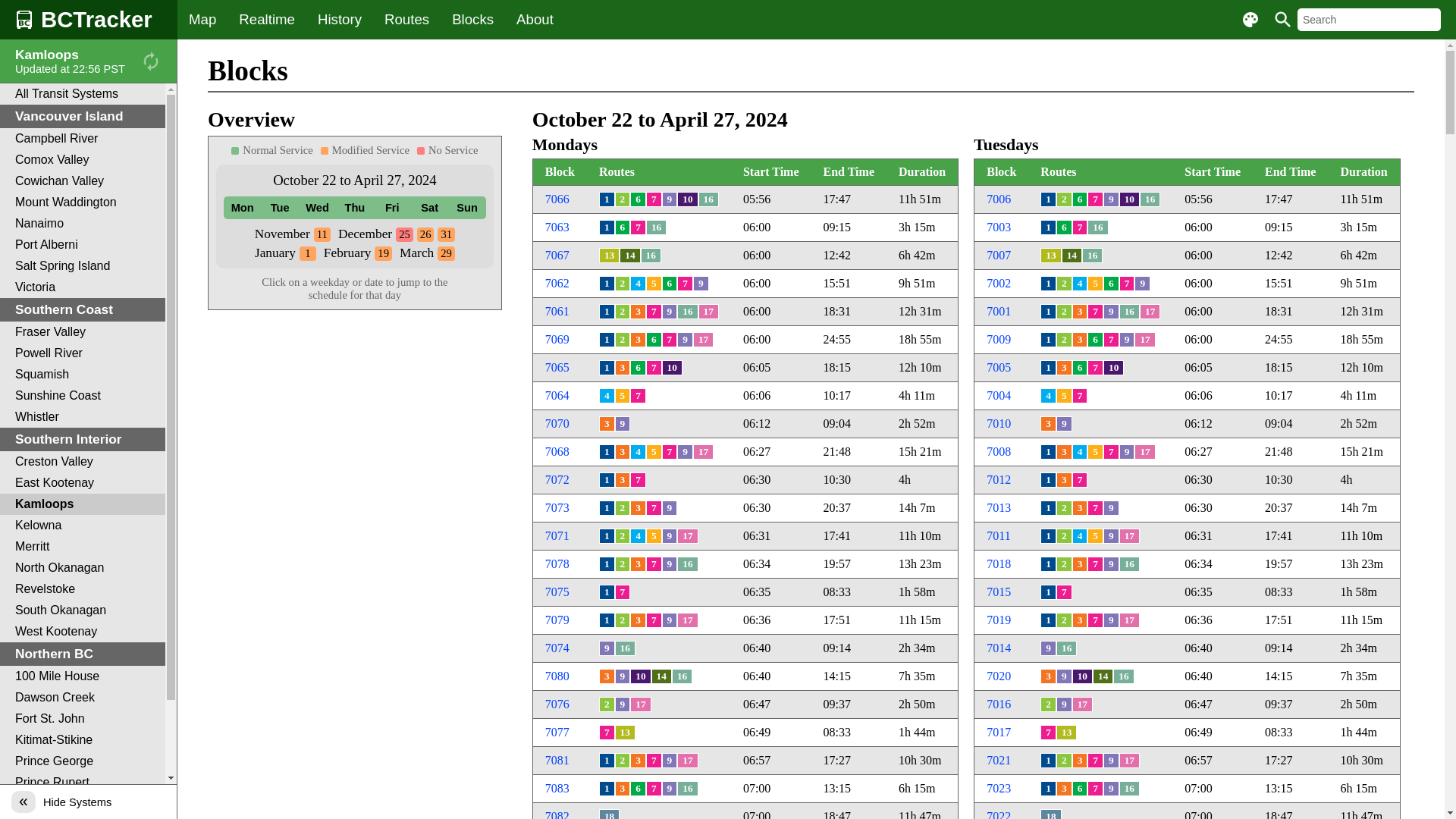 This screenshot has height=819, width=1456. What do you see at coordinates (1040, 760) in the screenshot?
I see `'1'` at bounding box center [1040, 760].